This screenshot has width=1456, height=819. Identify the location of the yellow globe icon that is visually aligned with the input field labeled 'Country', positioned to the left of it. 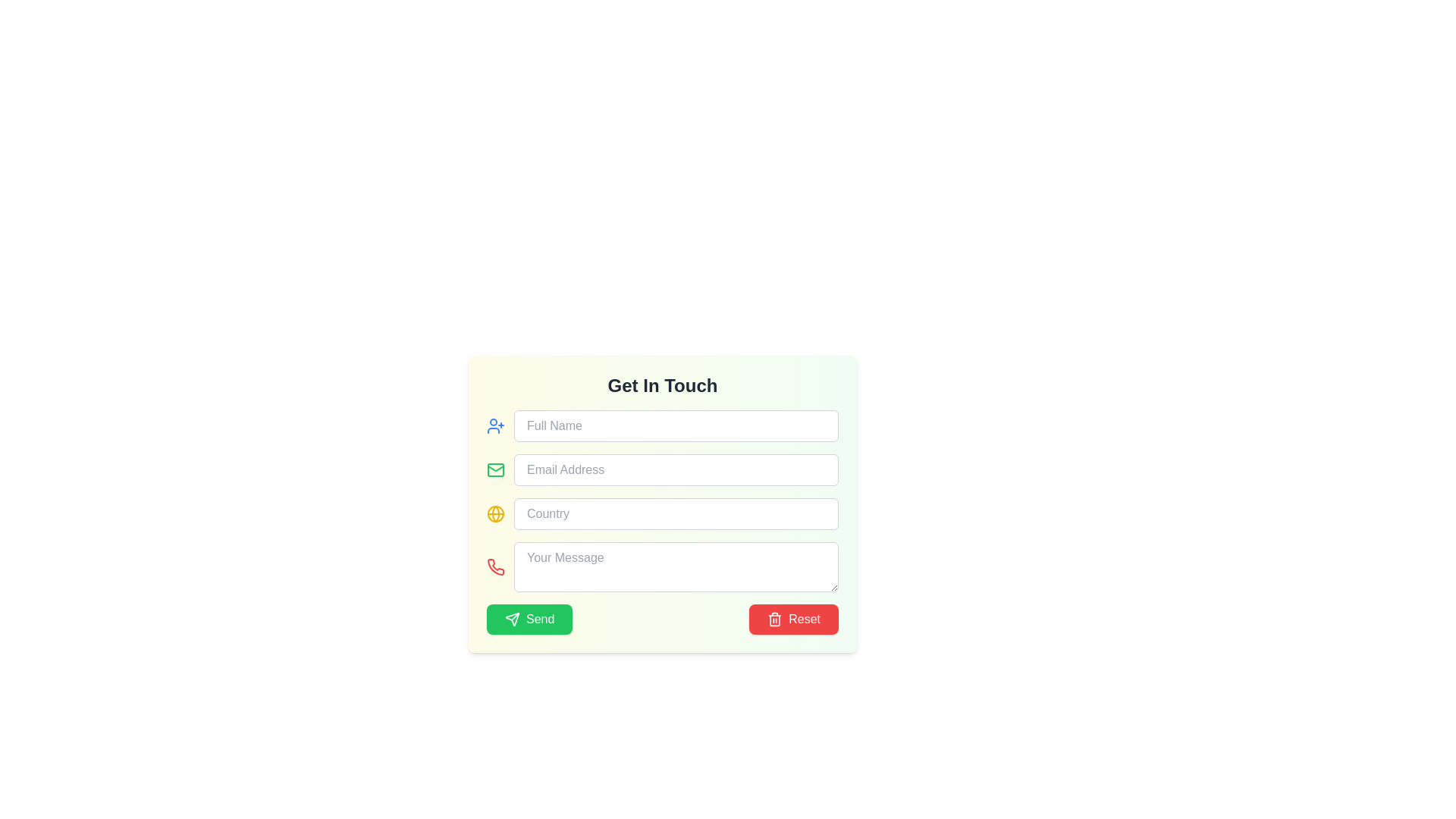
(495, 513).